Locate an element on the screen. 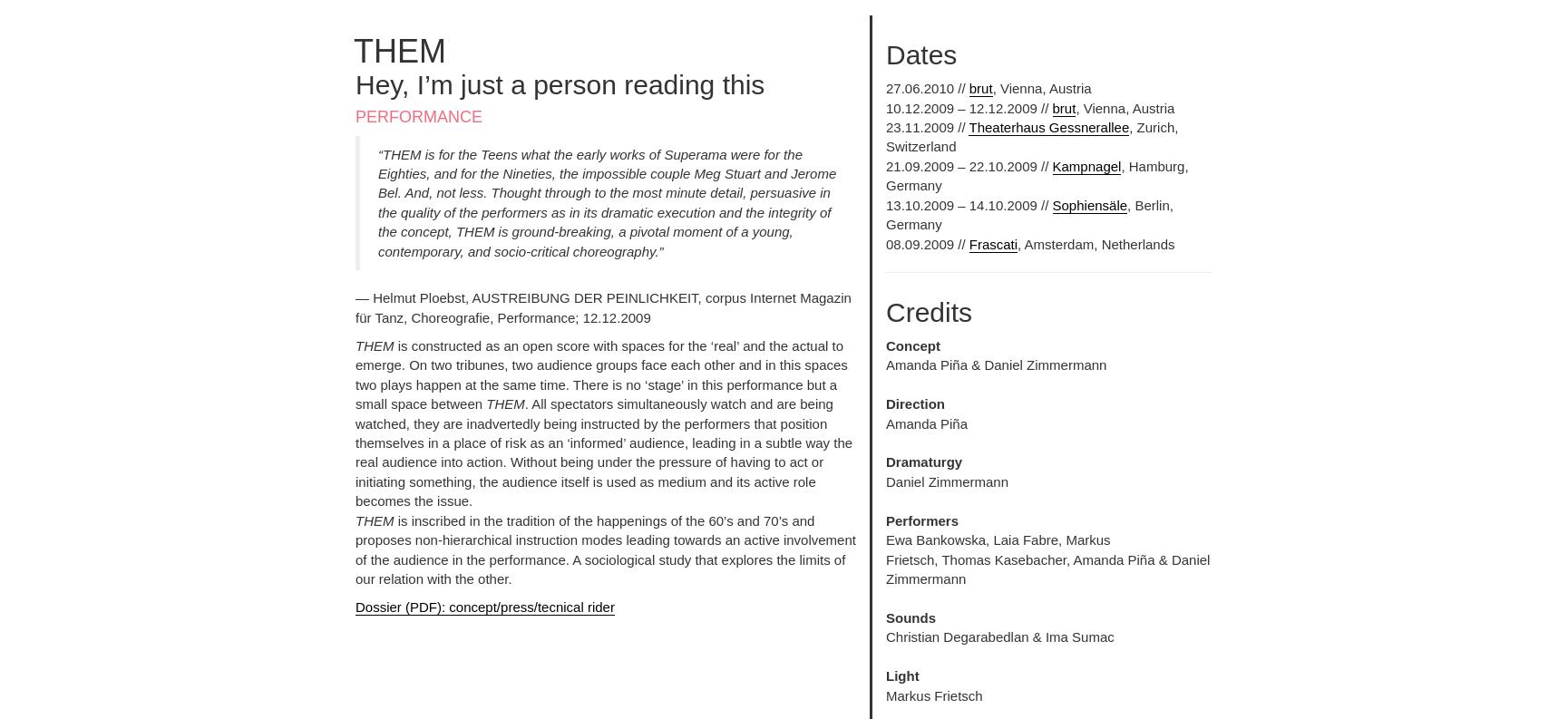 The height and width of the screenshot is (719, 1568). 'Sounds' is located at coordinates (911, 617).